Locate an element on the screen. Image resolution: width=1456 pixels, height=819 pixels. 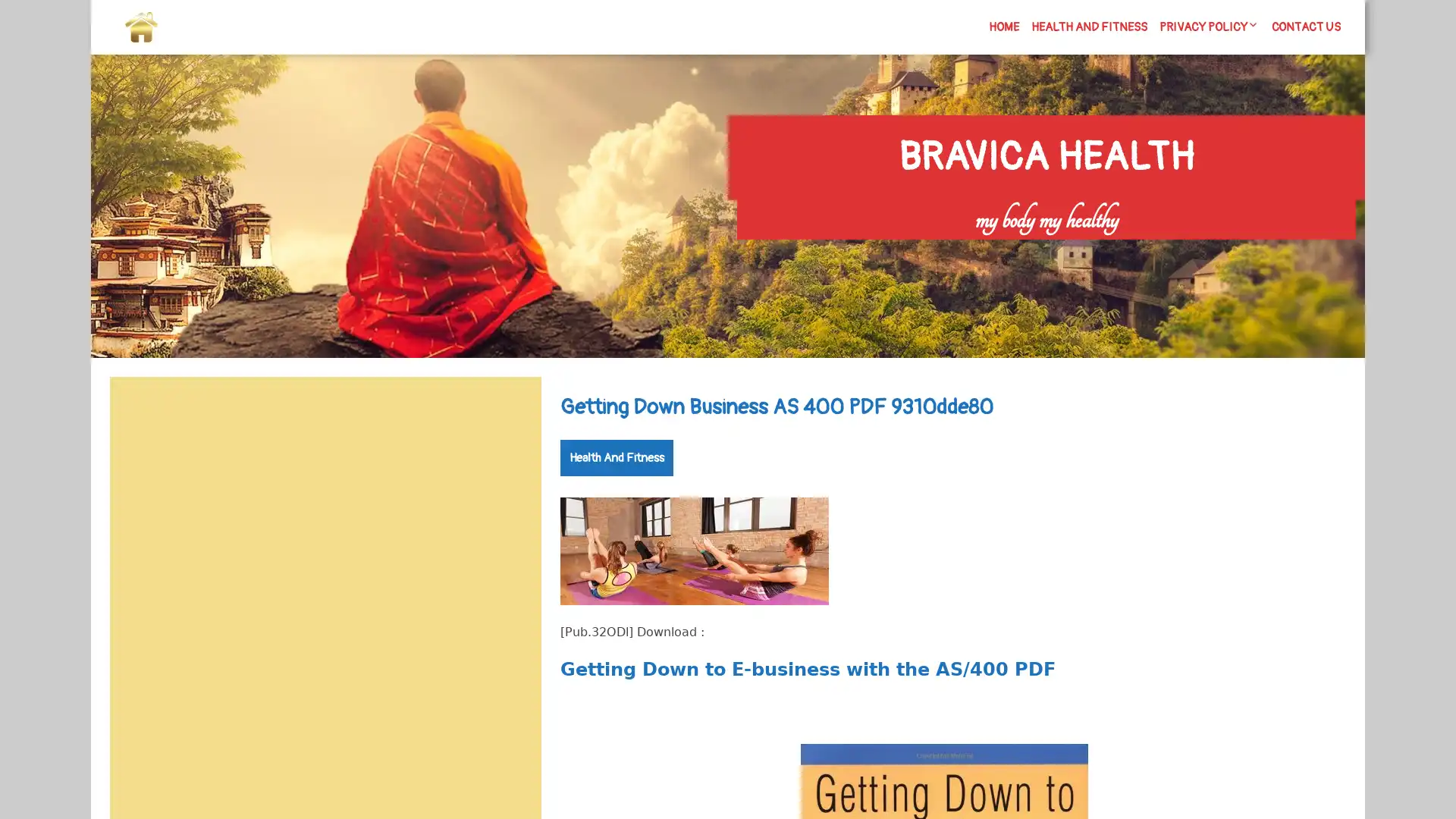
Search is located at coordinates (506, 413).